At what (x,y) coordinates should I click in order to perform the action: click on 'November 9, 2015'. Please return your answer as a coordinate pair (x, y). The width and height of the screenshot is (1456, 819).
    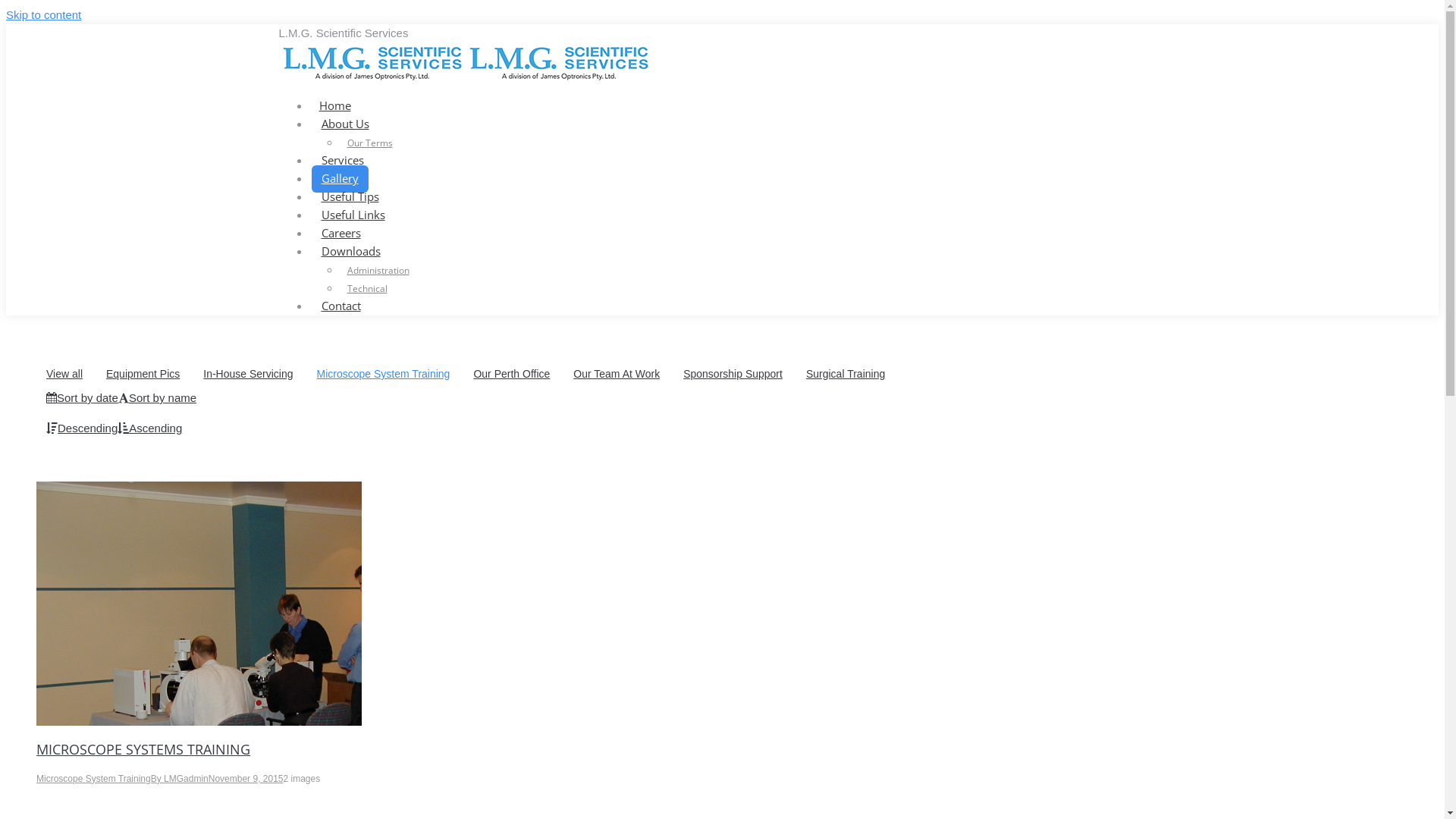
    Looking at the image, I should click on (246, 778).